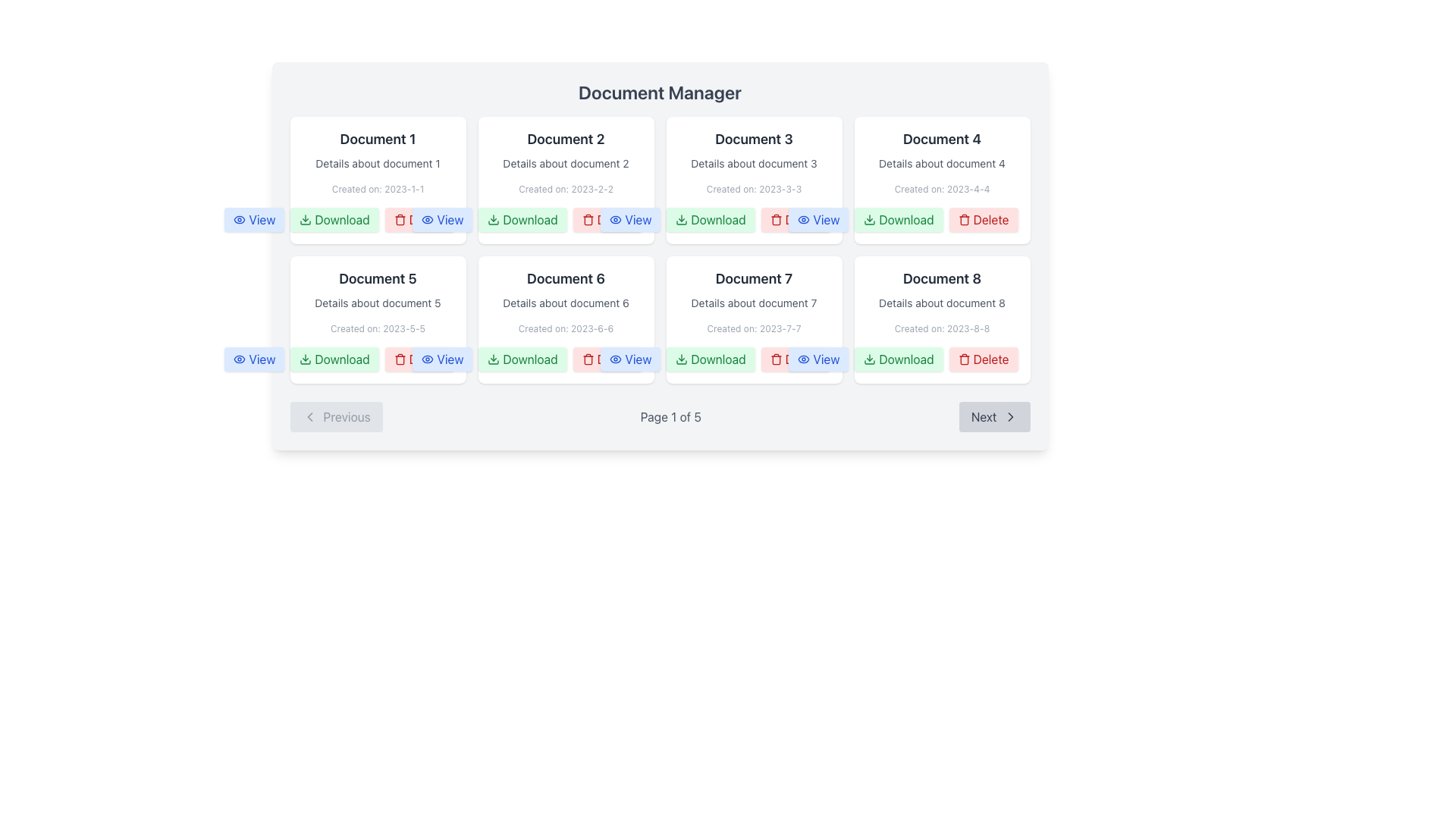 The height and width of the screenshot is (819, 1456). I want to click on the eye icon located within the 'View' button in the top-left corner of Document 7 in the Document Manager interface, so click(803, 359).